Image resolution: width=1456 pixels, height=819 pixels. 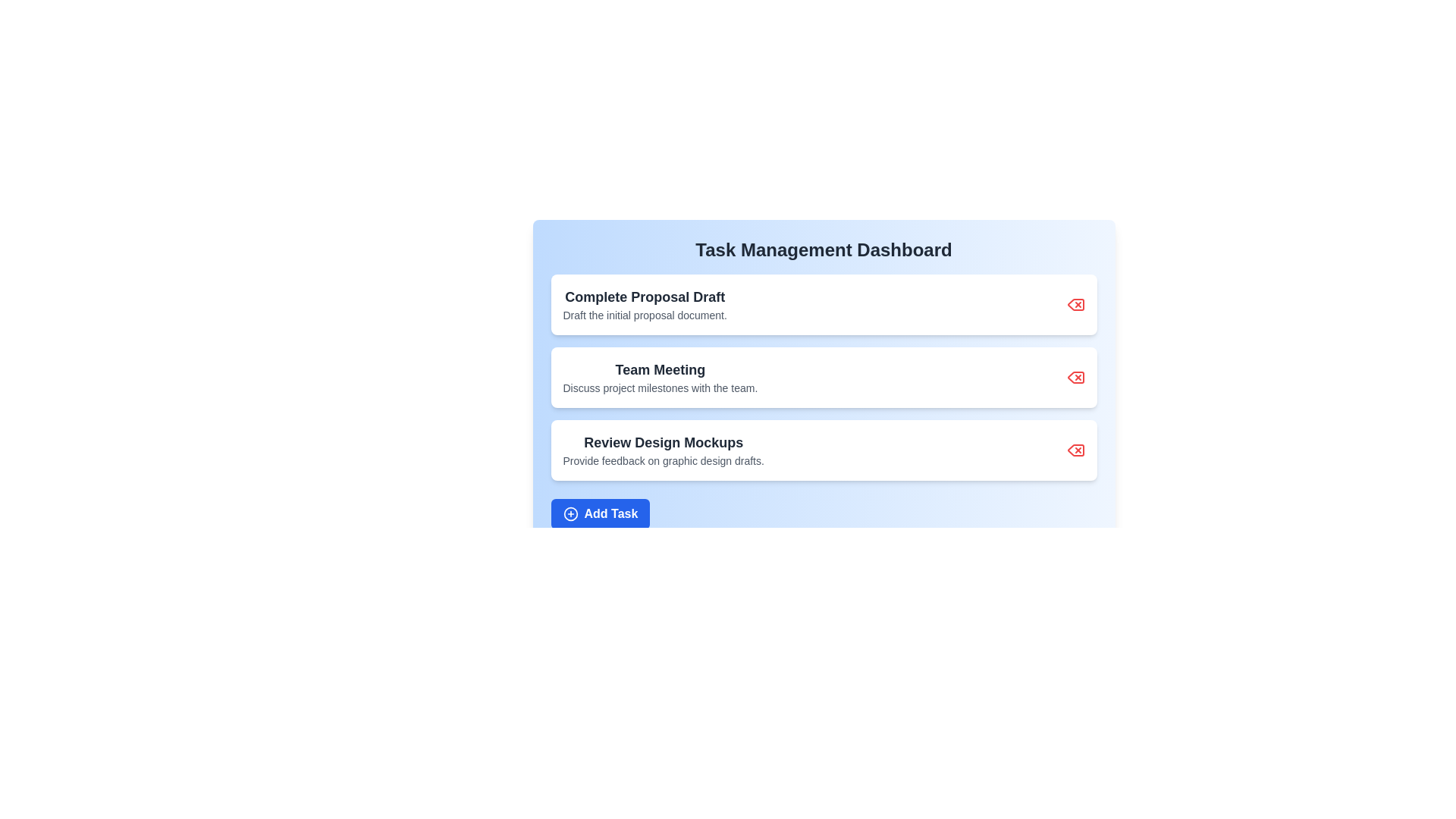 I want to click on the 'Add Task' button to add a new task, so click(x=600, y=513).